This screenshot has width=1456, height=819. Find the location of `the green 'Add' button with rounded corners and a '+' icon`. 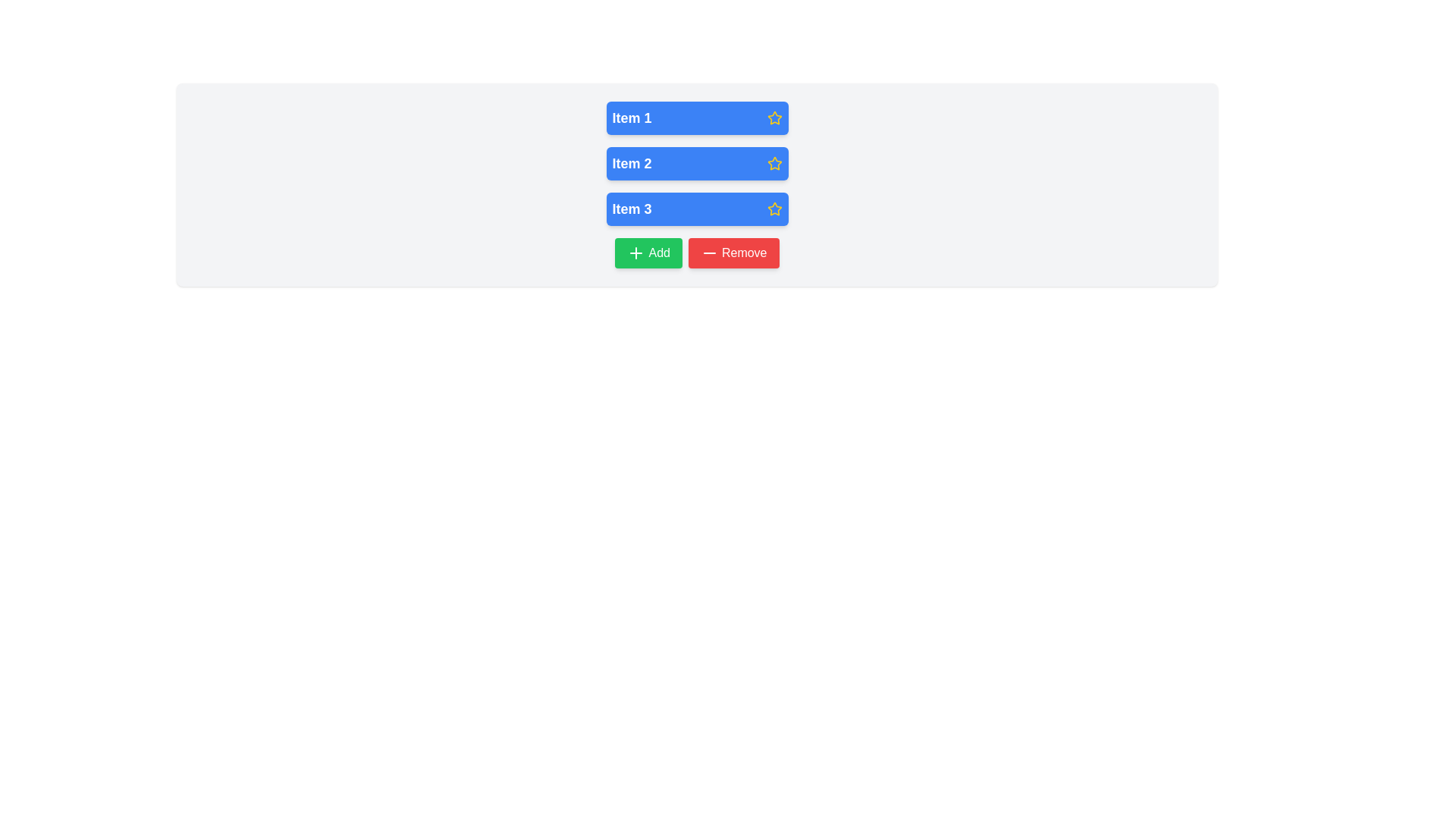

the green 'Add' button with rounded corners and a '+' icon is located at coordinates (648, 253).